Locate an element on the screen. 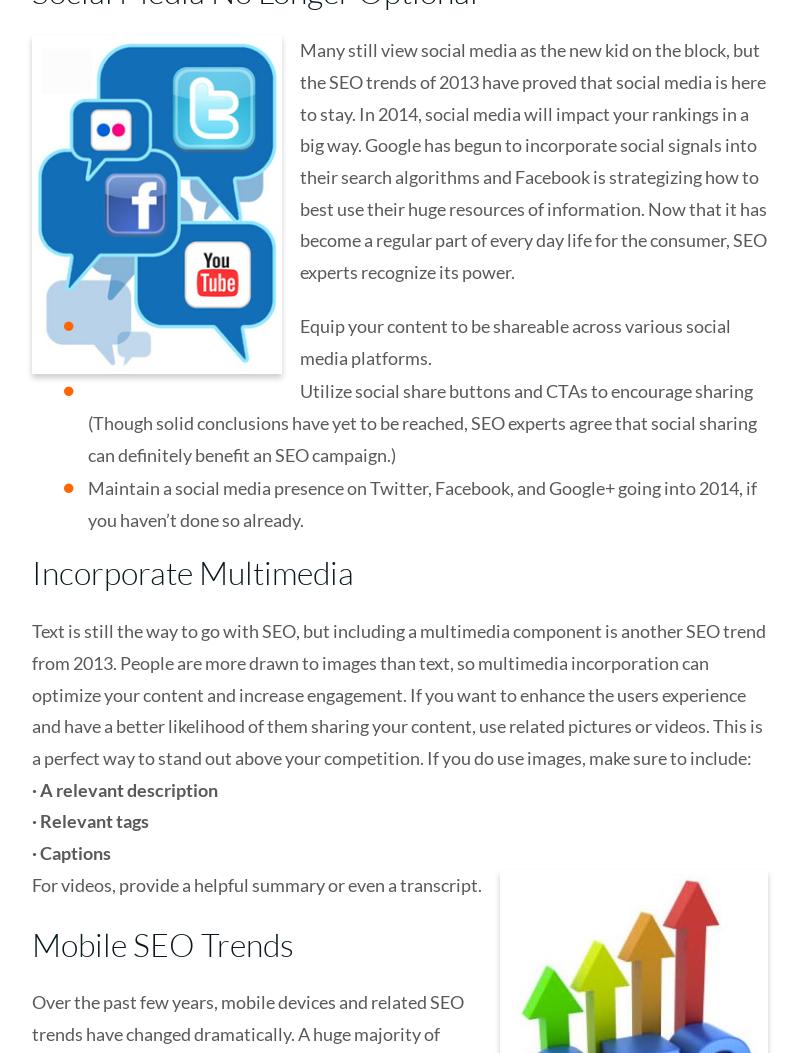  '· Captions' is located at coordinates (71, 852).